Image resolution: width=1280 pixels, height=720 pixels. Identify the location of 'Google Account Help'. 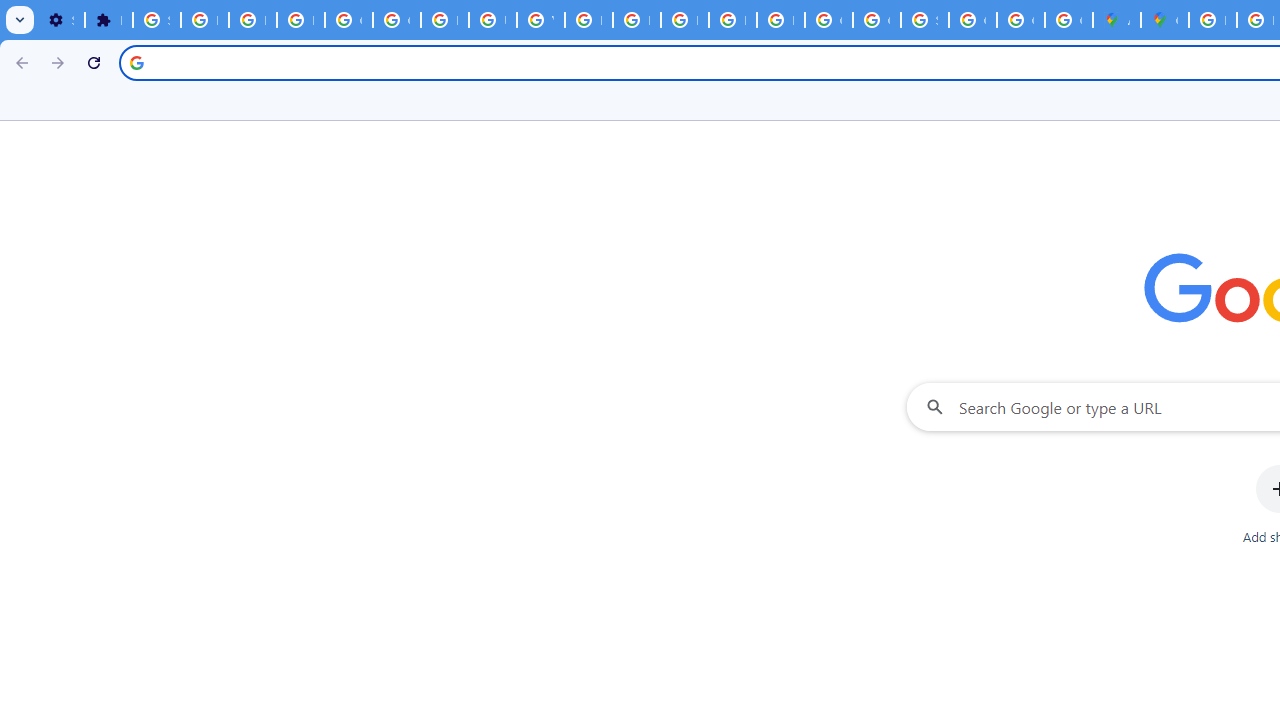
(348, 20).